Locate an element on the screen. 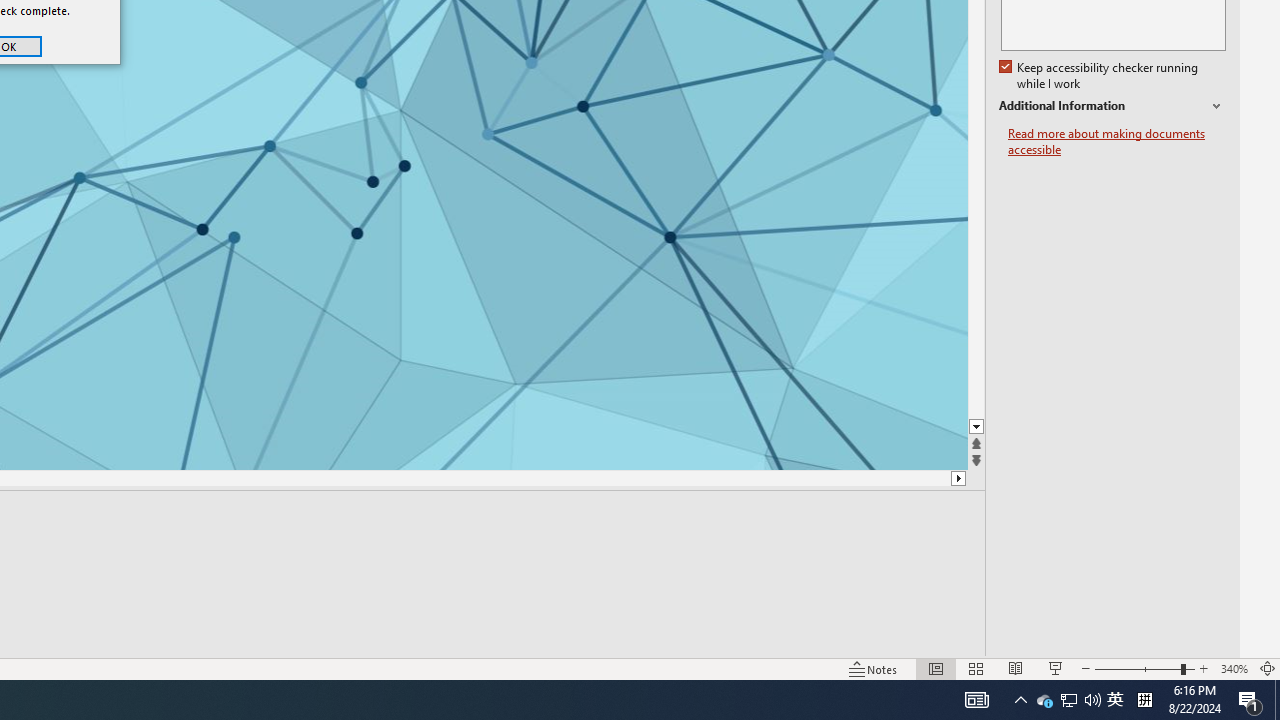 The height and width of the screenshot is (720, 1280). 'Action Center, 1 new notification' is located at coordinates (1233, 669).